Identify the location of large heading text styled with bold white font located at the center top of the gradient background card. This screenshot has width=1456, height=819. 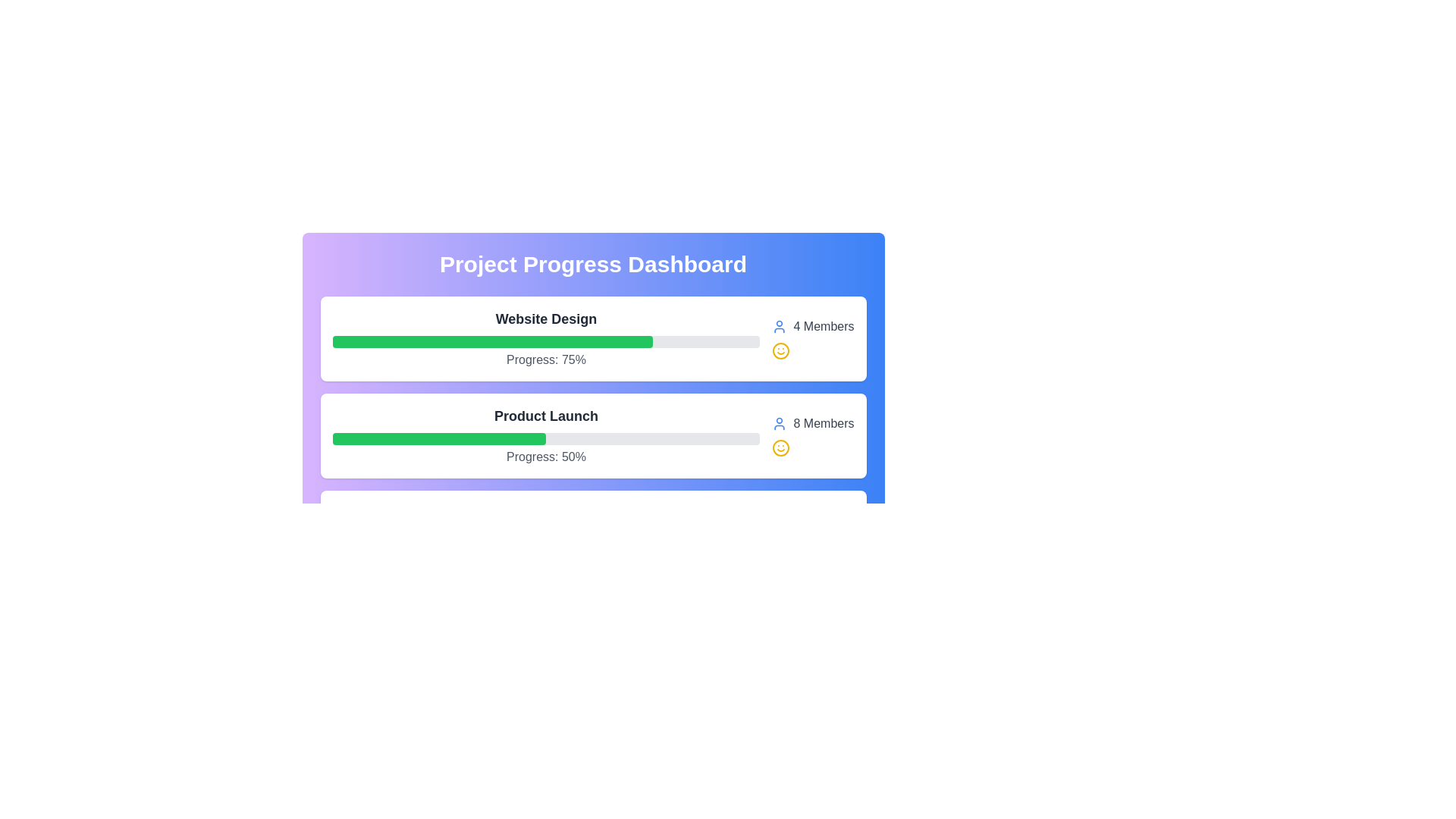
(592, 263).